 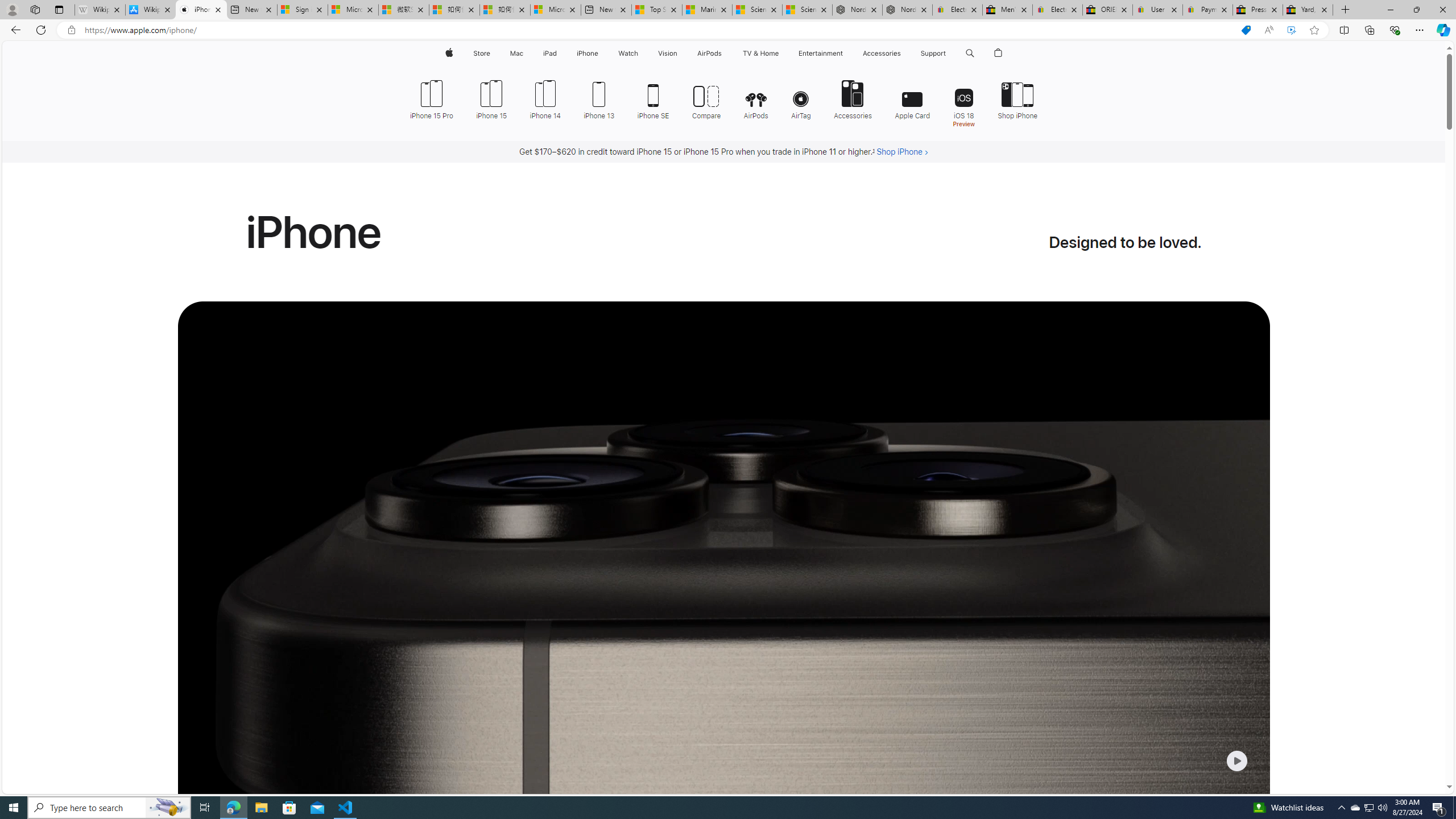 What do you see at coordinates (1157, 9) in the screenshot?
I see `'User Privacy Notice | eBay'` at bounding box center [1157, 9].